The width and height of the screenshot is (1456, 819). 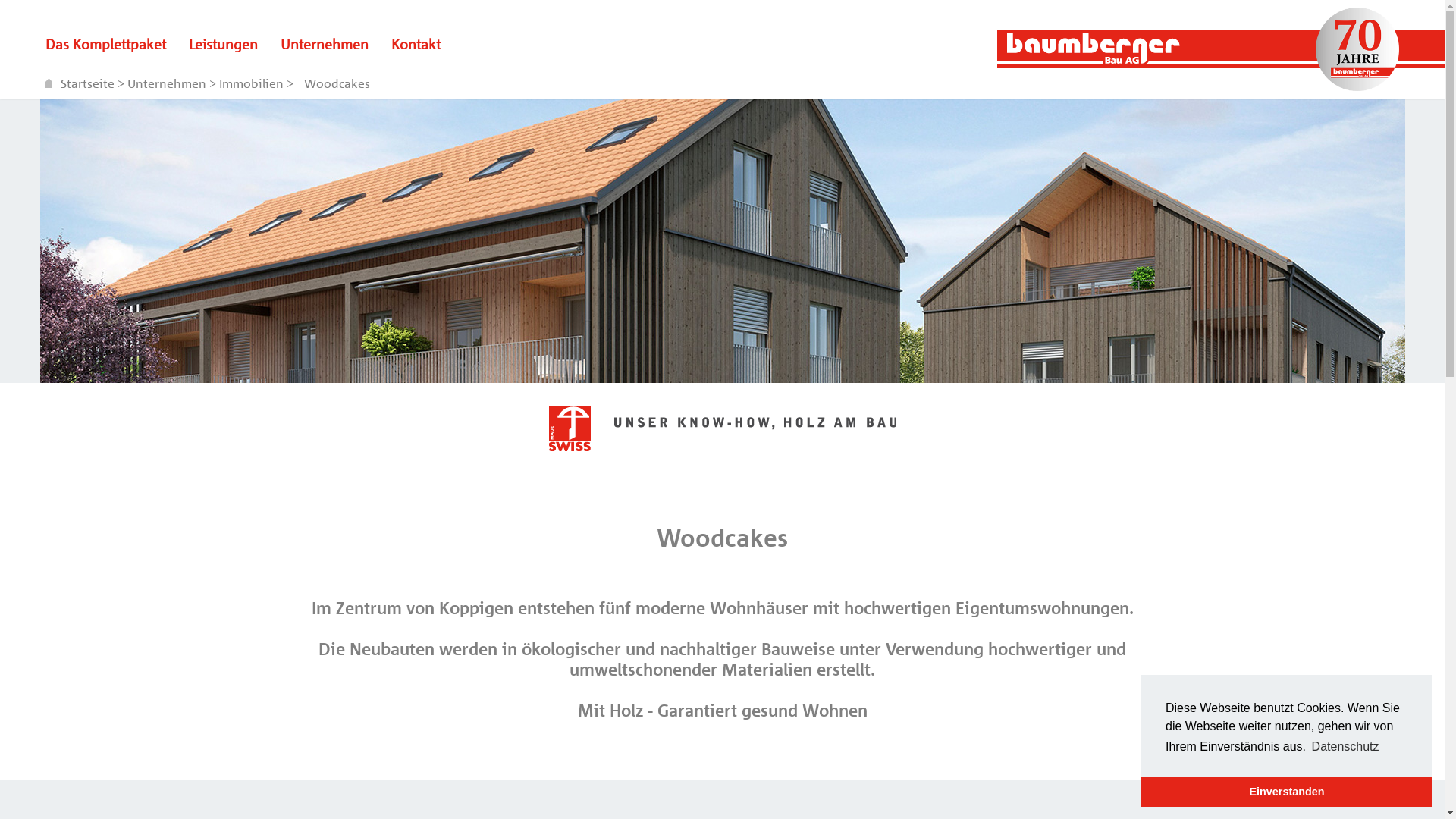 I want to click on 'Datenschutz', so click(x=1345, y=745).